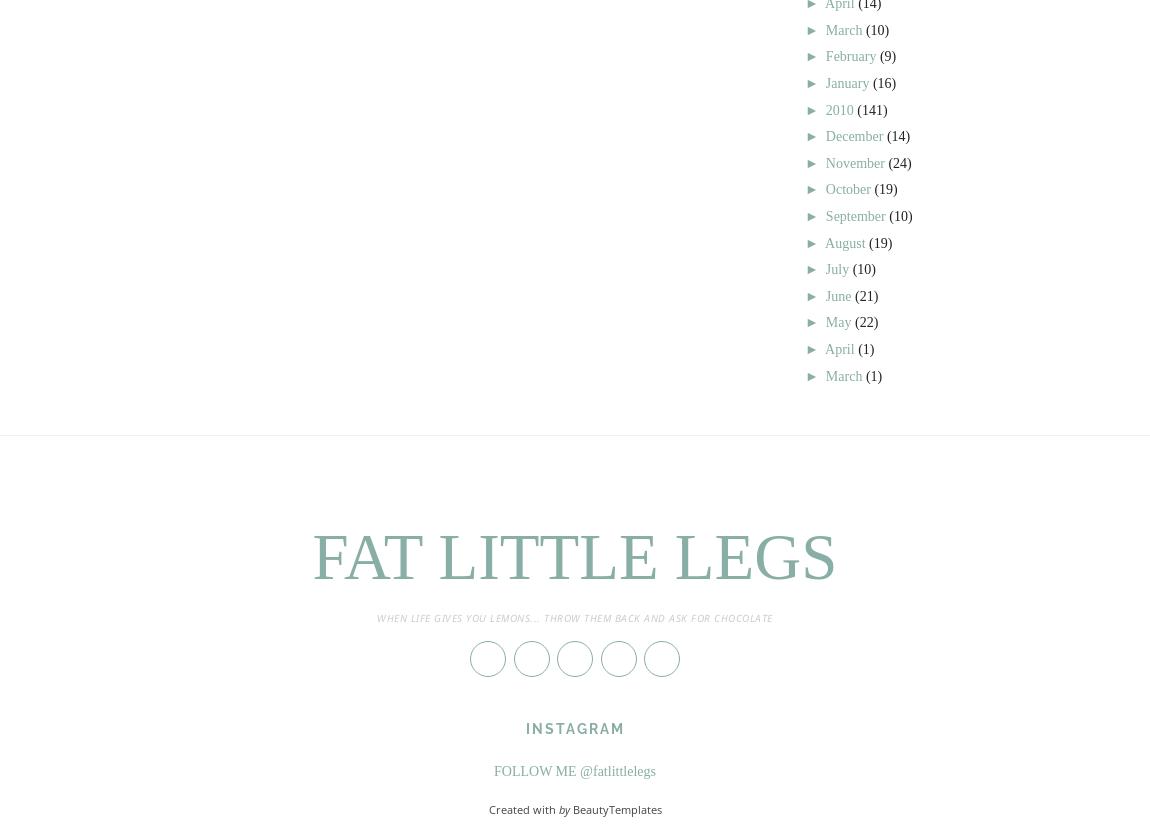  Describe the element at coordinates (524, 729) in the screenshot. I see `'Instagram'` at that location.